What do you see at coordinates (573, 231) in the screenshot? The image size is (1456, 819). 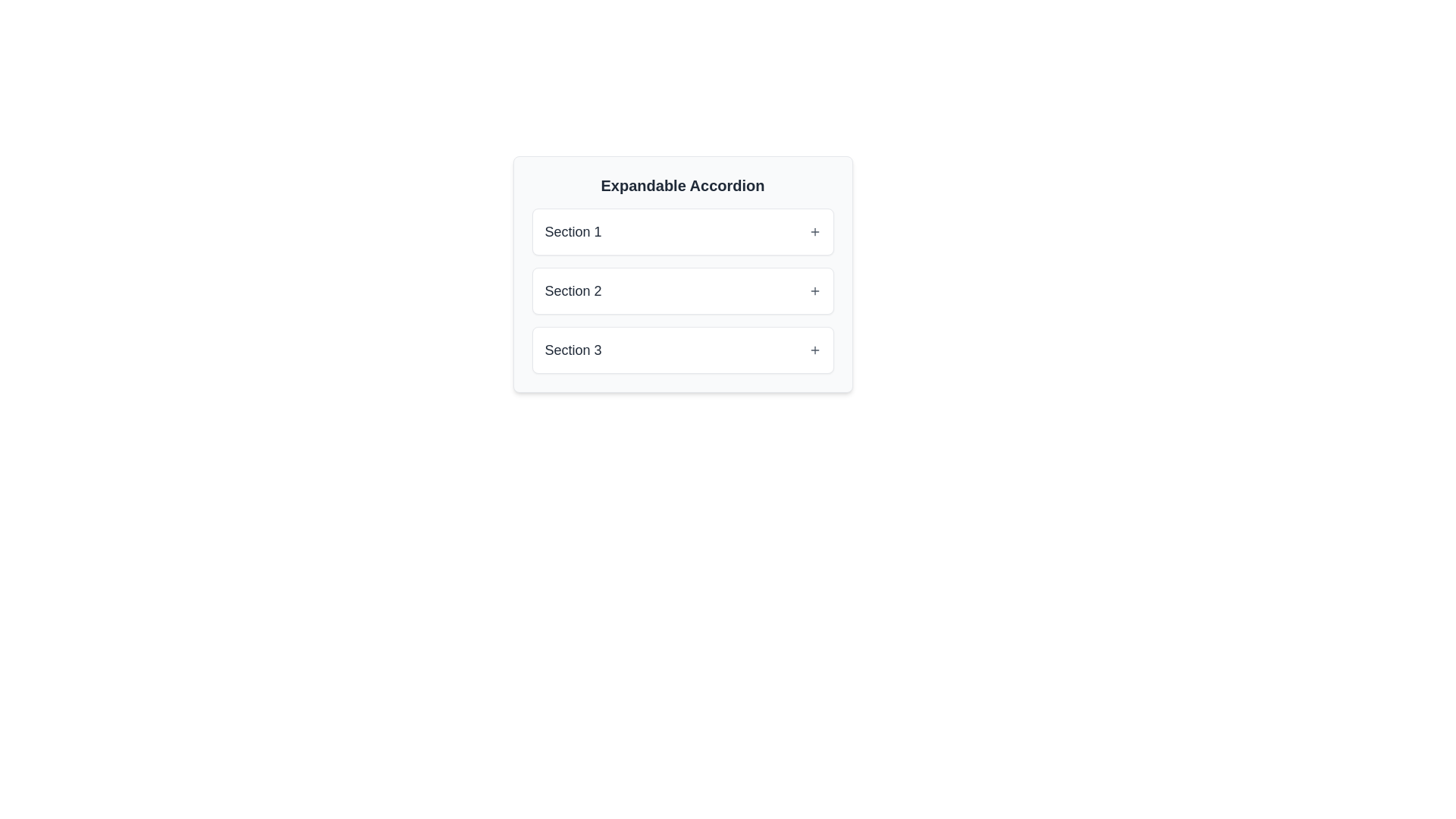 I see `the first Text Label of the expandable accordion, which indicates the content of the section when expanded` at bounding box center [573, 231].